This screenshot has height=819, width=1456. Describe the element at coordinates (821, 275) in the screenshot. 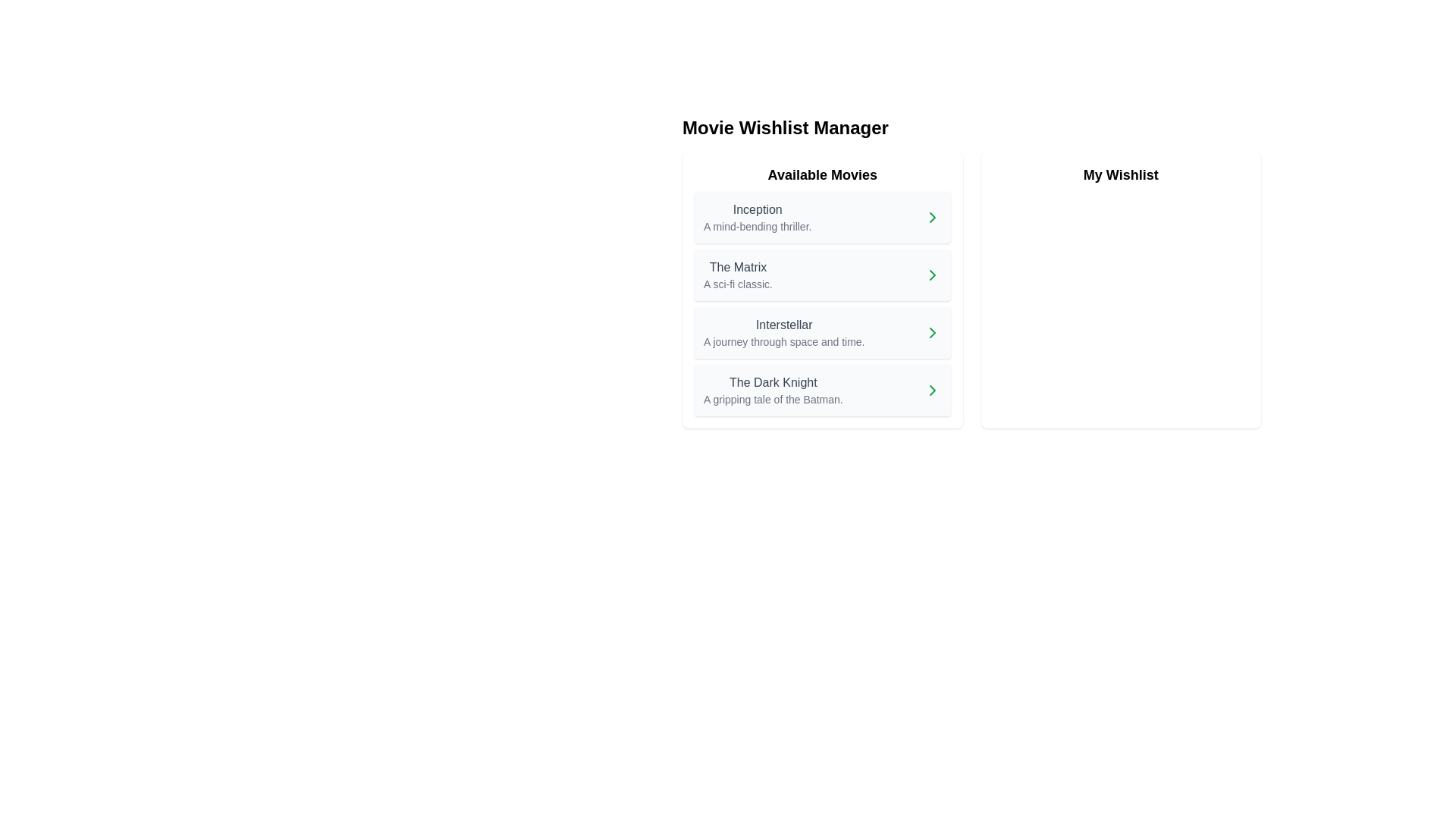

I see `the List Item for 'The Matrix' to view more details about the movie` at that location.